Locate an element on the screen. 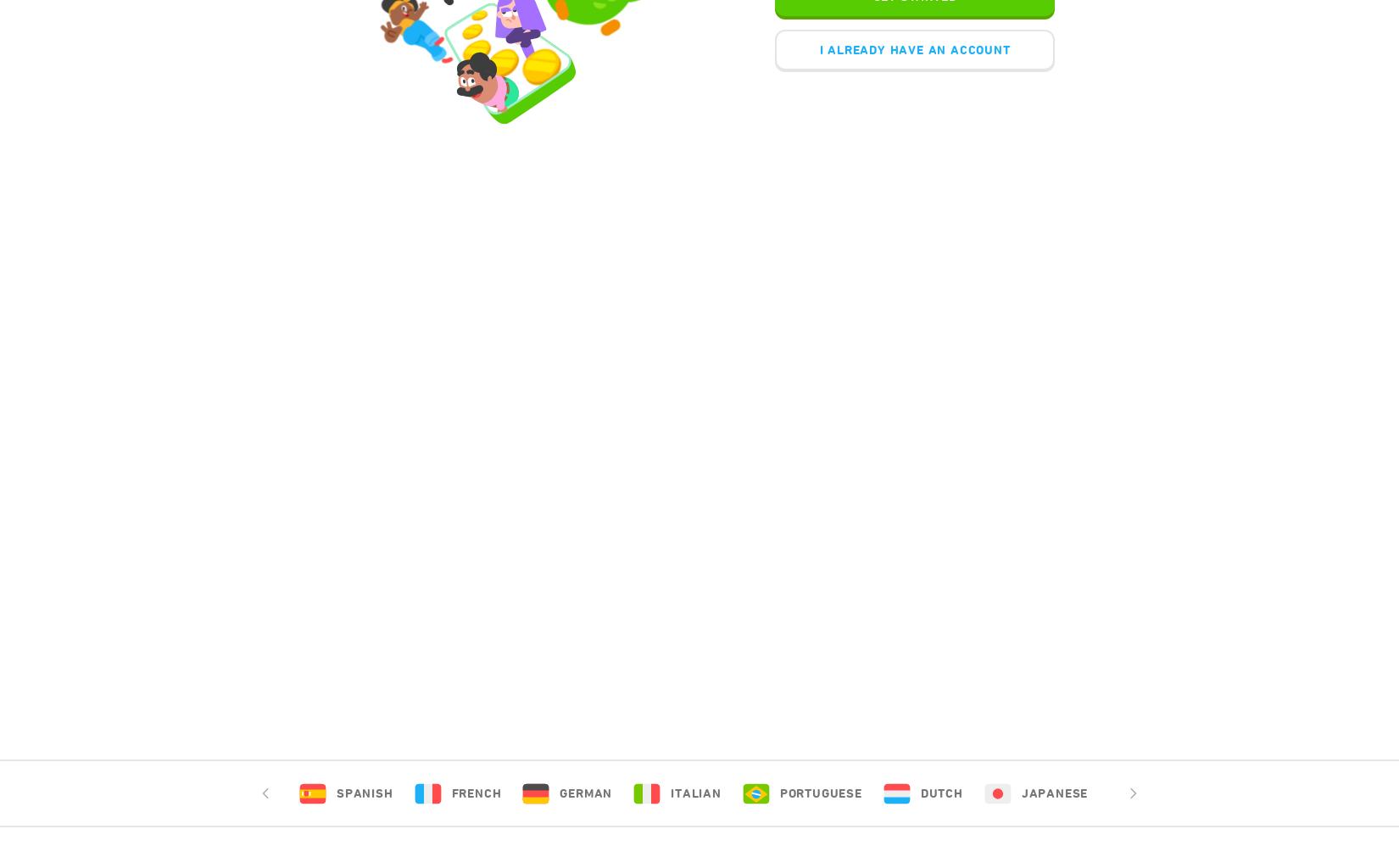 Image resolution: width=1399 pixels, height=868 pixels. 'German' is located at coordinates (585, 793).